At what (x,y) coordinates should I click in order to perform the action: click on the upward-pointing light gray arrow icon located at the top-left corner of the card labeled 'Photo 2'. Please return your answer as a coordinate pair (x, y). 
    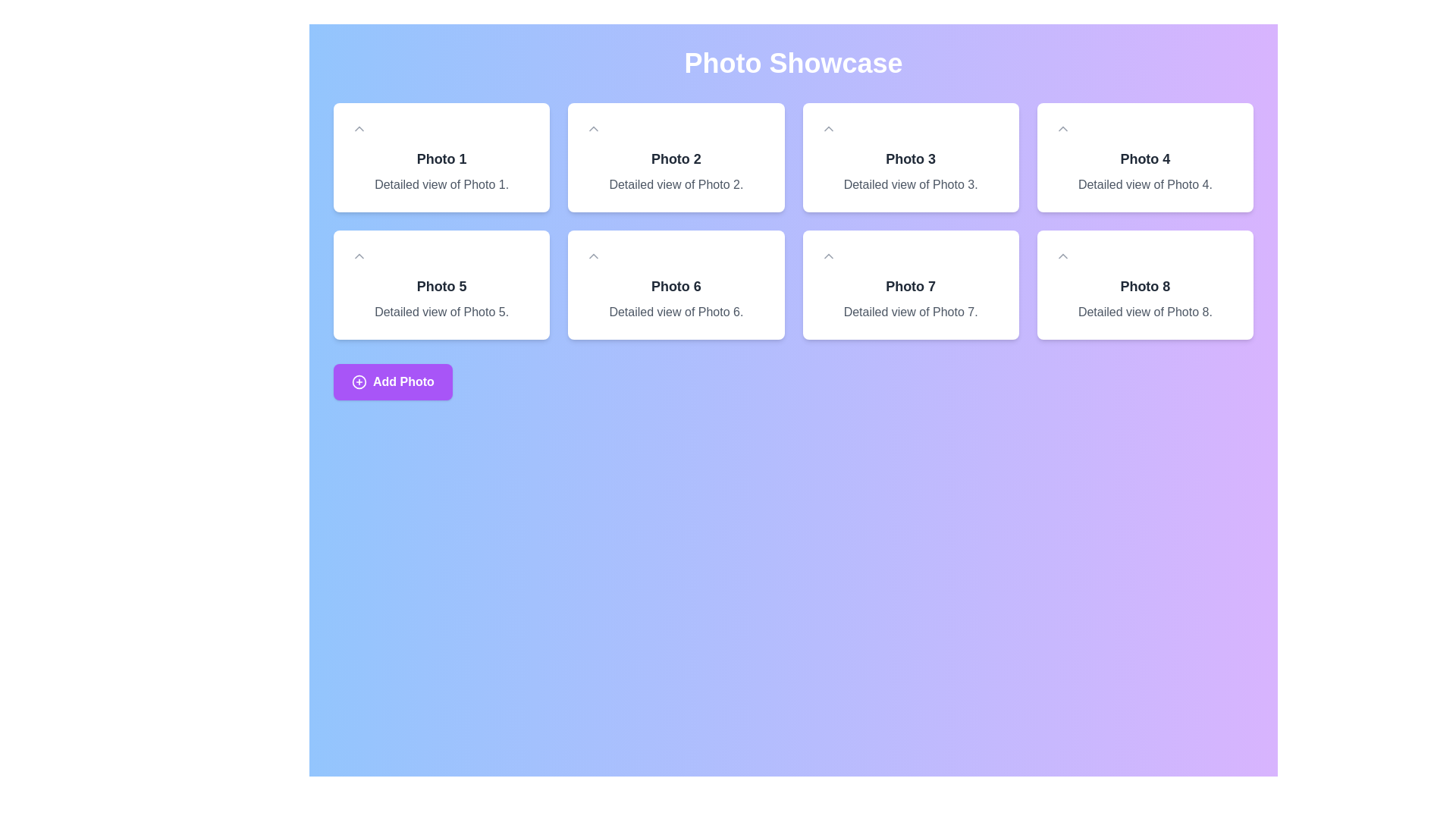
    Looking at the image, I should click on (593, 127).